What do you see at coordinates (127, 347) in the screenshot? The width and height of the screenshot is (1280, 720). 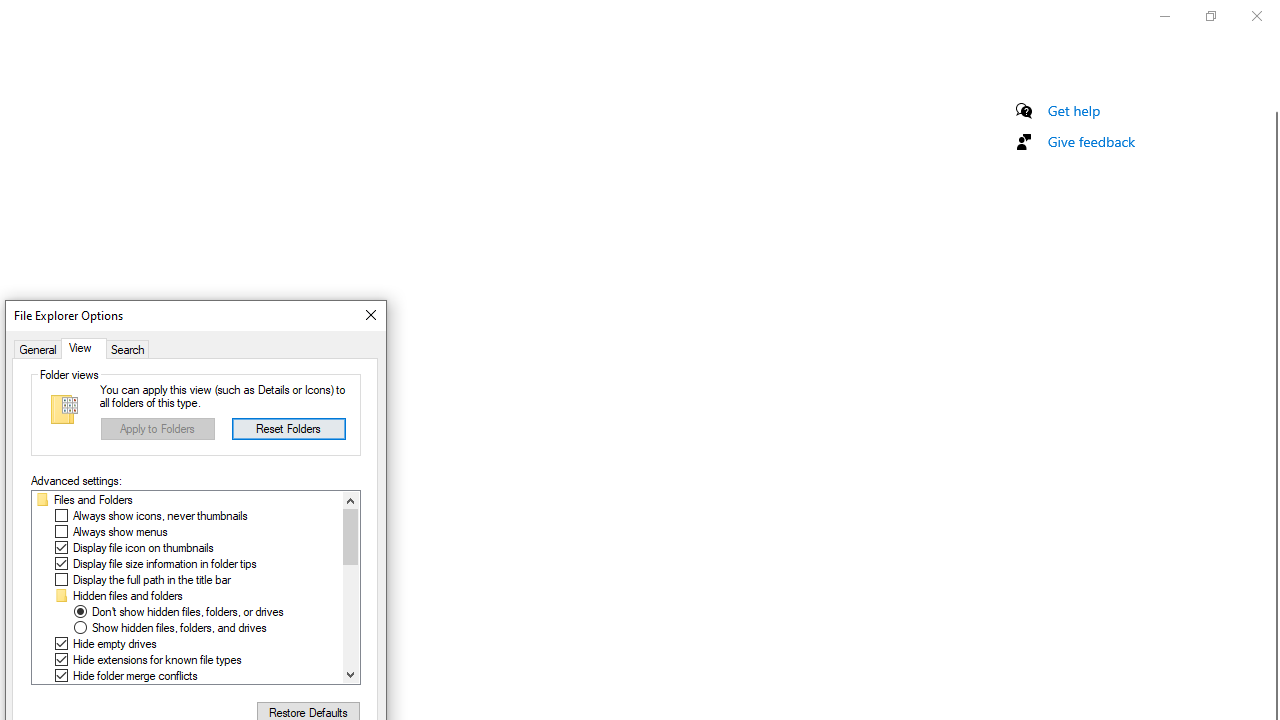 I see `'Search'` at bounding box center [127, 347].